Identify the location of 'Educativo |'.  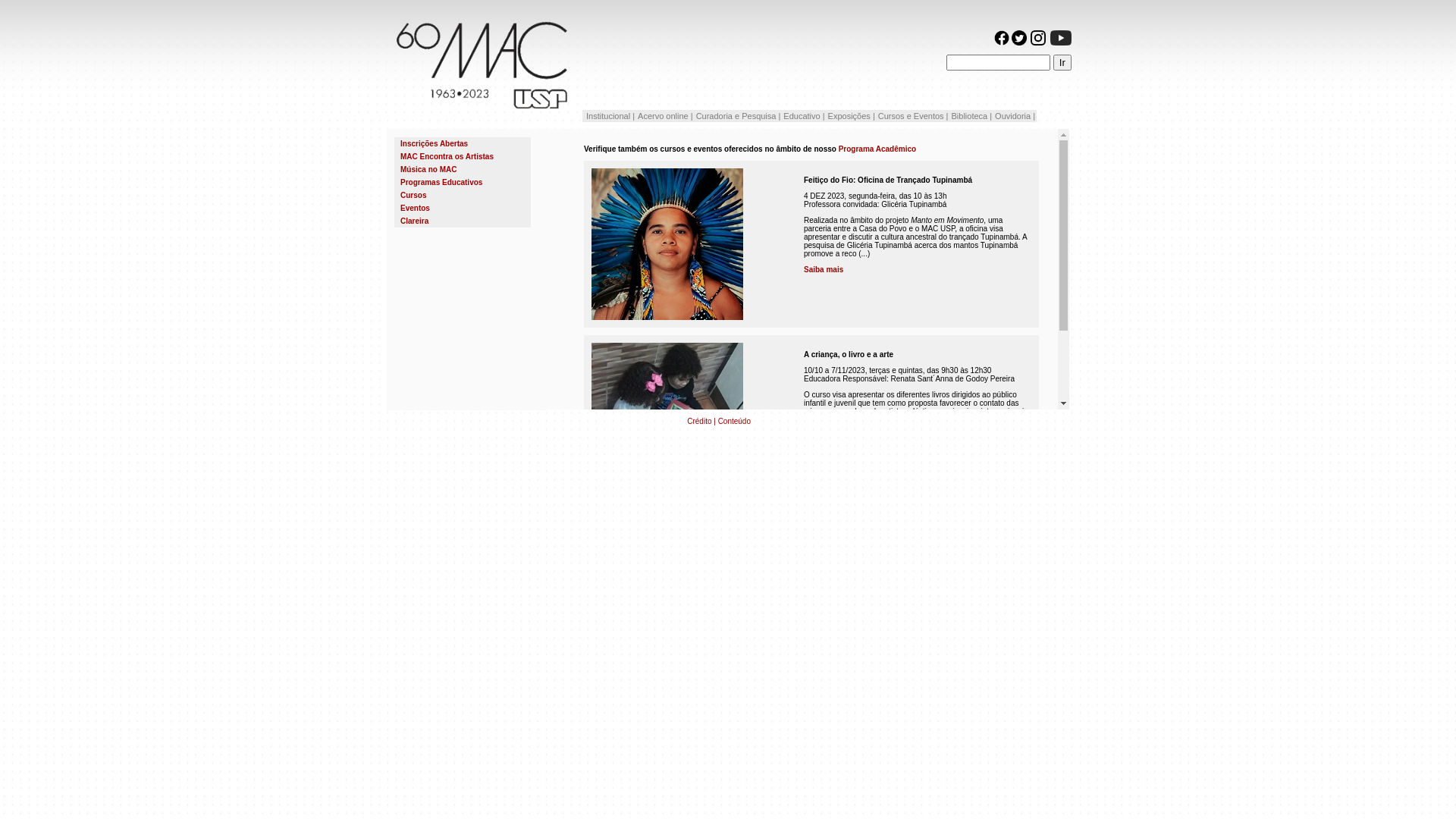
(803, 115).